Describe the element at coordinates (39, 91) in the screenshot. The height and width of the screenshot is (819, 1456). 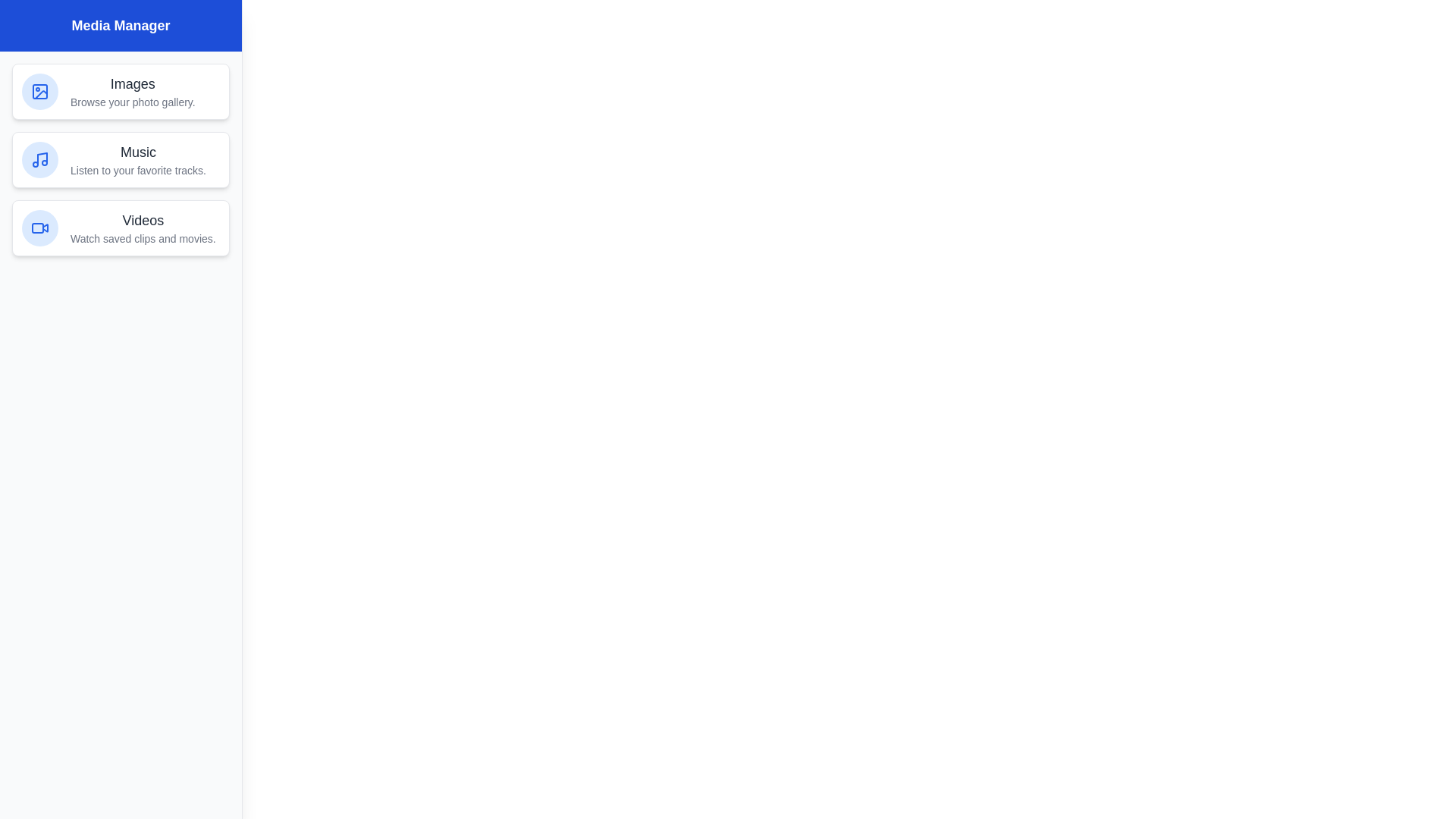
I see `the icon of the Images media section` at that location.